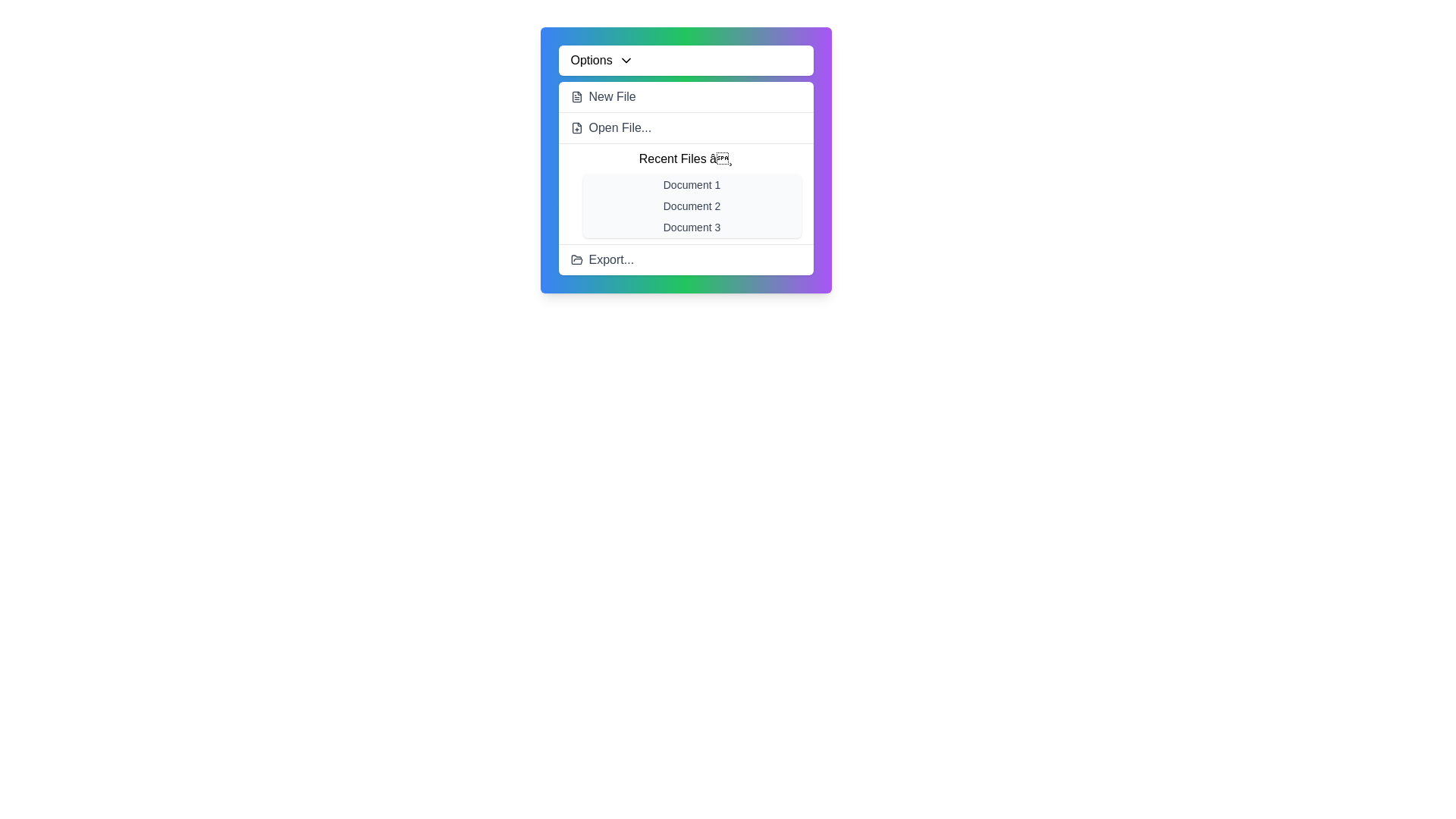 This screenshot has height=819, width=1456. Describe the element at coordinates (685, 127) in the screenshot. I see `the 'Open File...' menu item in the dropdown` at that location.